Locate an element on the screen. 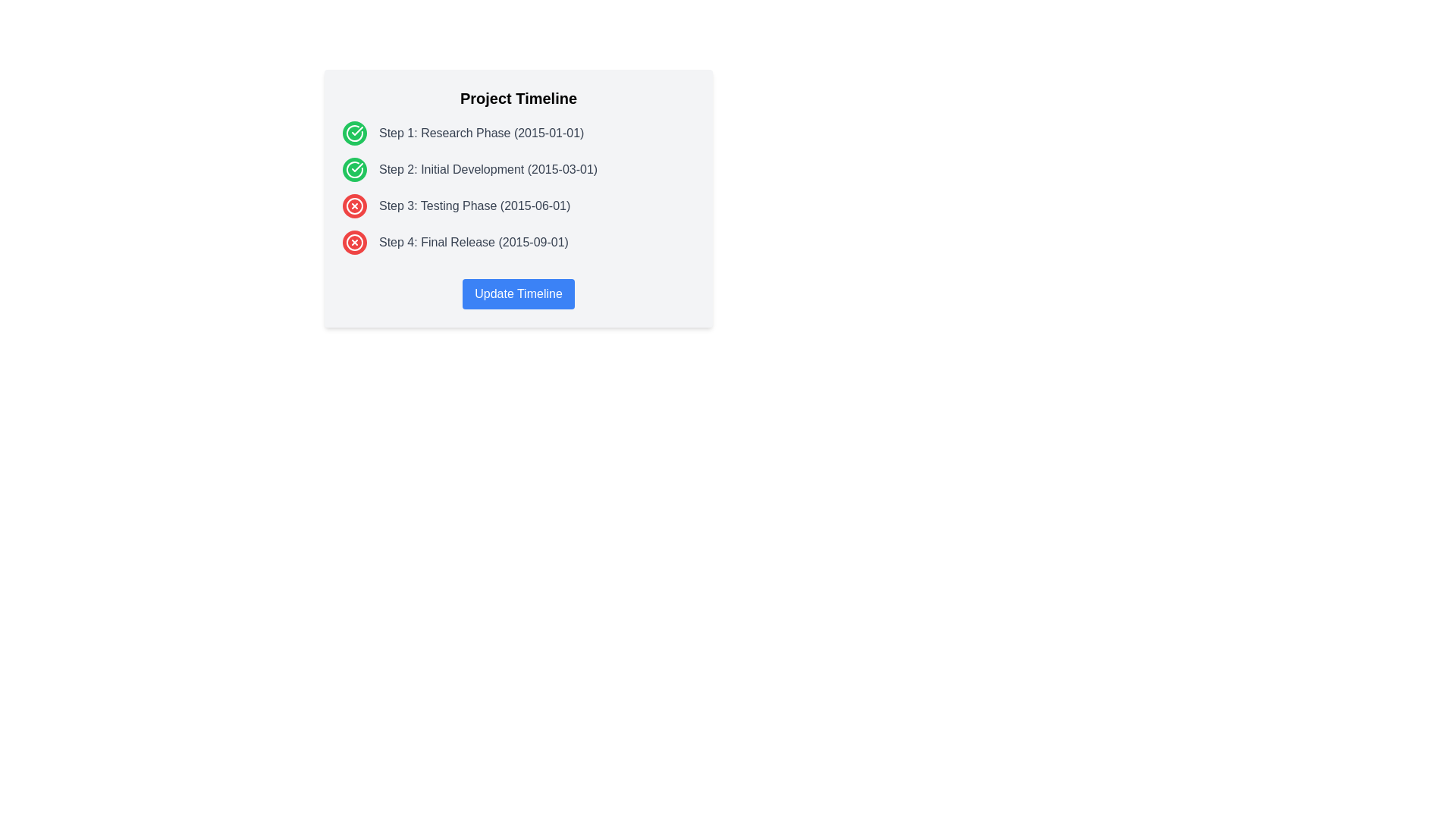 The width and height of the screenshot is (1456, 819). the green circular checkmark icon next to the label 'Step 1: Research Phase (2015-01-01)' to understand the completion status is located at coordinates (356, 167).